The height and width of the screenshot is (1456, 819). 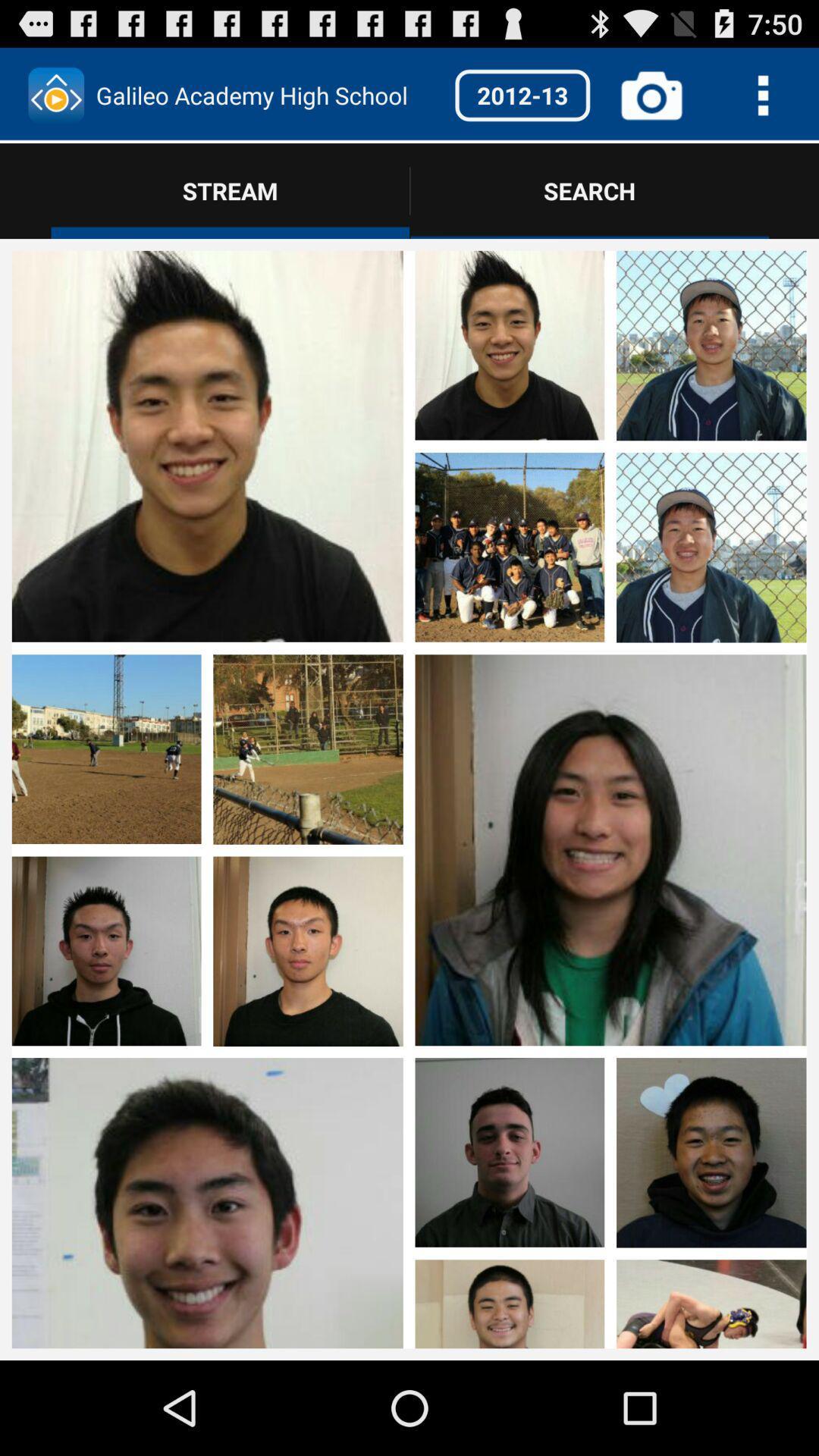 I want to click on merge box, so click(x=610, y=1198).